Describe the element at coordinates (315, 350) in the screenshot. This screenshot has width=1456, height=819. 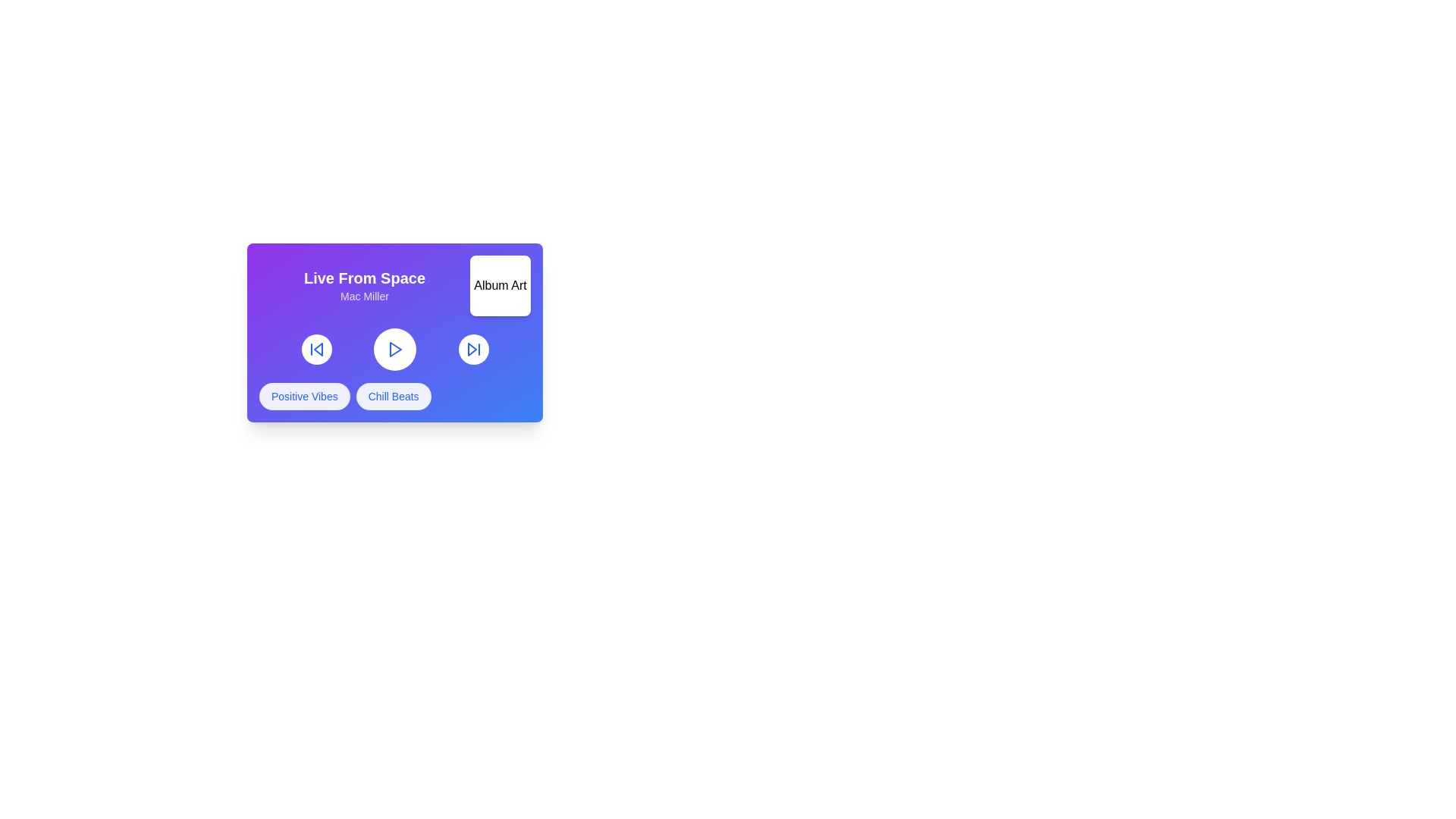
I see `the skip-backward button, which is represented by a left-facing double arrow enclosed in a circular button, located at the bottom-left corner of the music player controls` at that location.